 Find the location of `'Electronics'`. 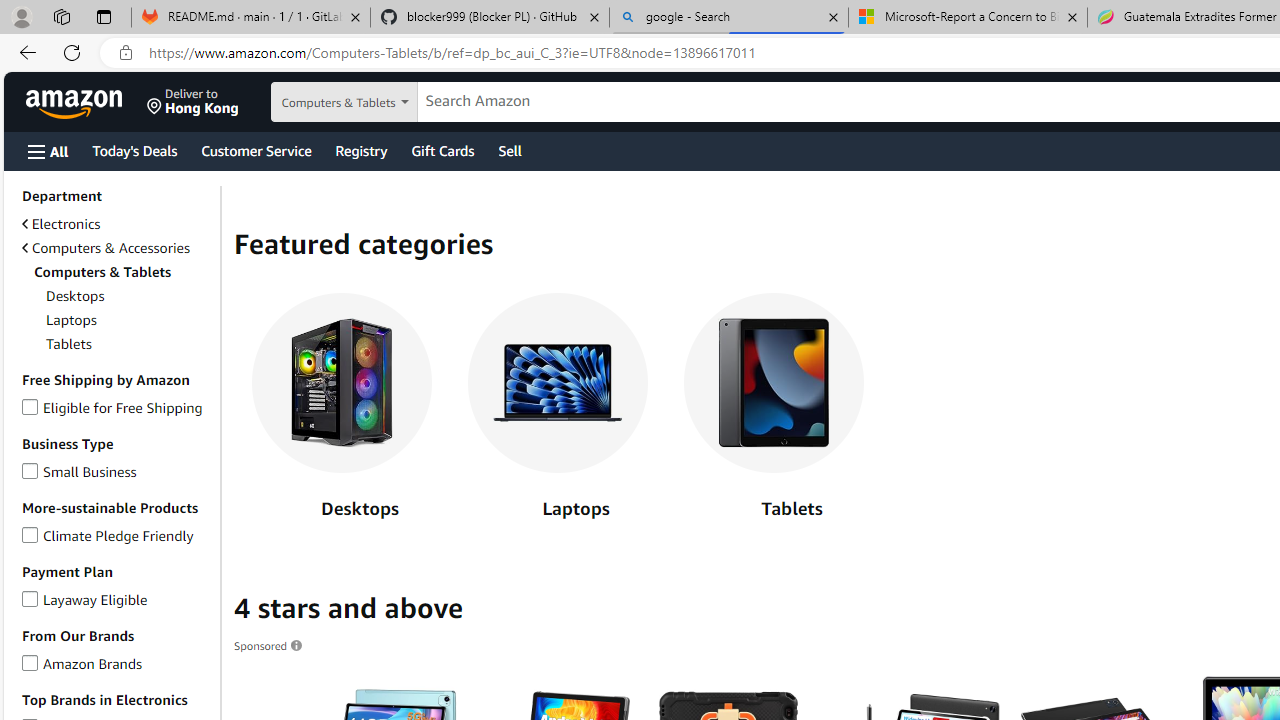

'Electronics' is located at coordinates (116, 223).